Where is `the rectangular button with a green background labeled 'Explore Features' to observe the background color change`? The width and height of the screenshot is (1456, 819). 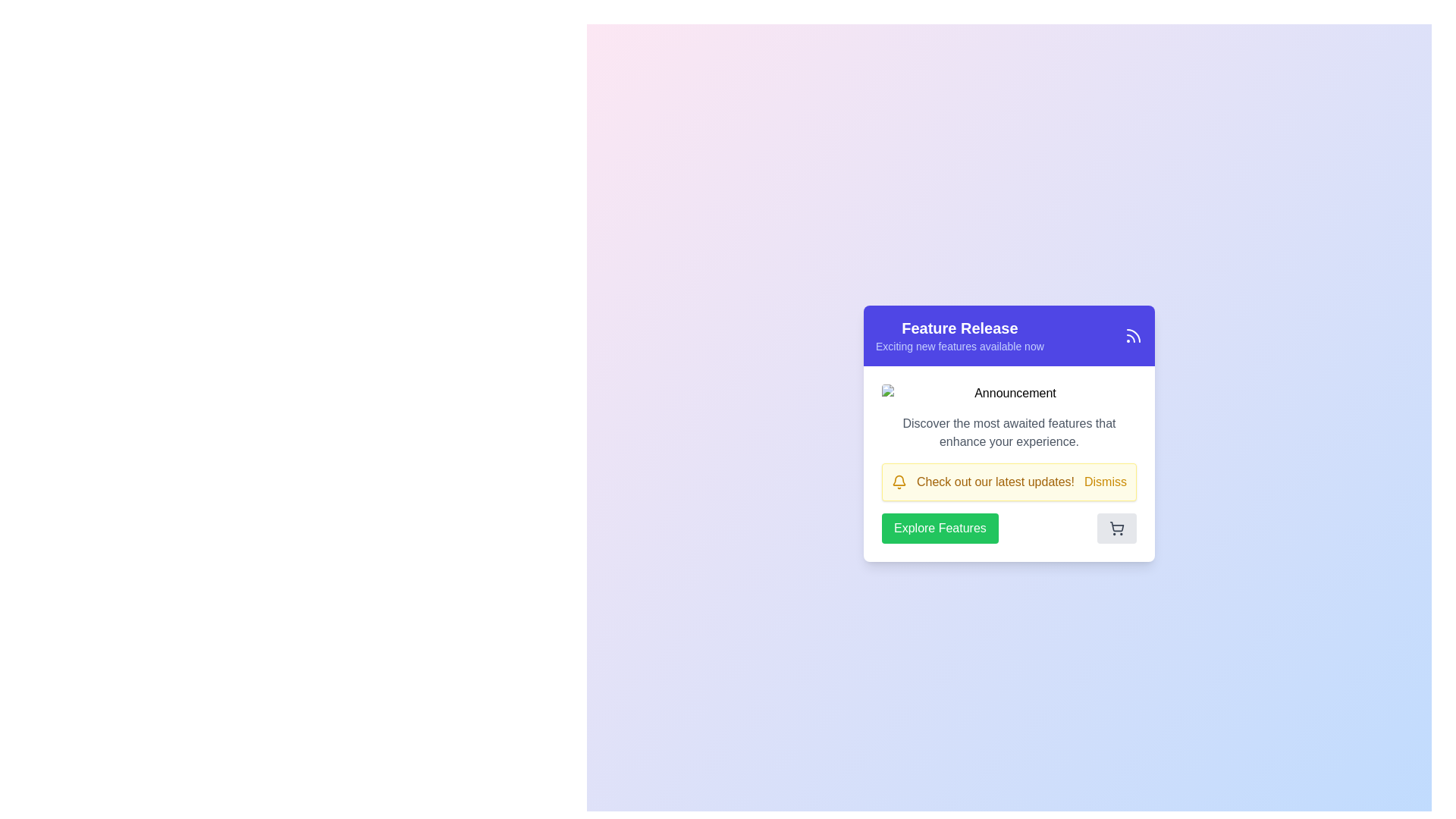 the rectangular button with a green background labeled 'Explore Features' to observe the background color change is located at coordinates (939, 528).